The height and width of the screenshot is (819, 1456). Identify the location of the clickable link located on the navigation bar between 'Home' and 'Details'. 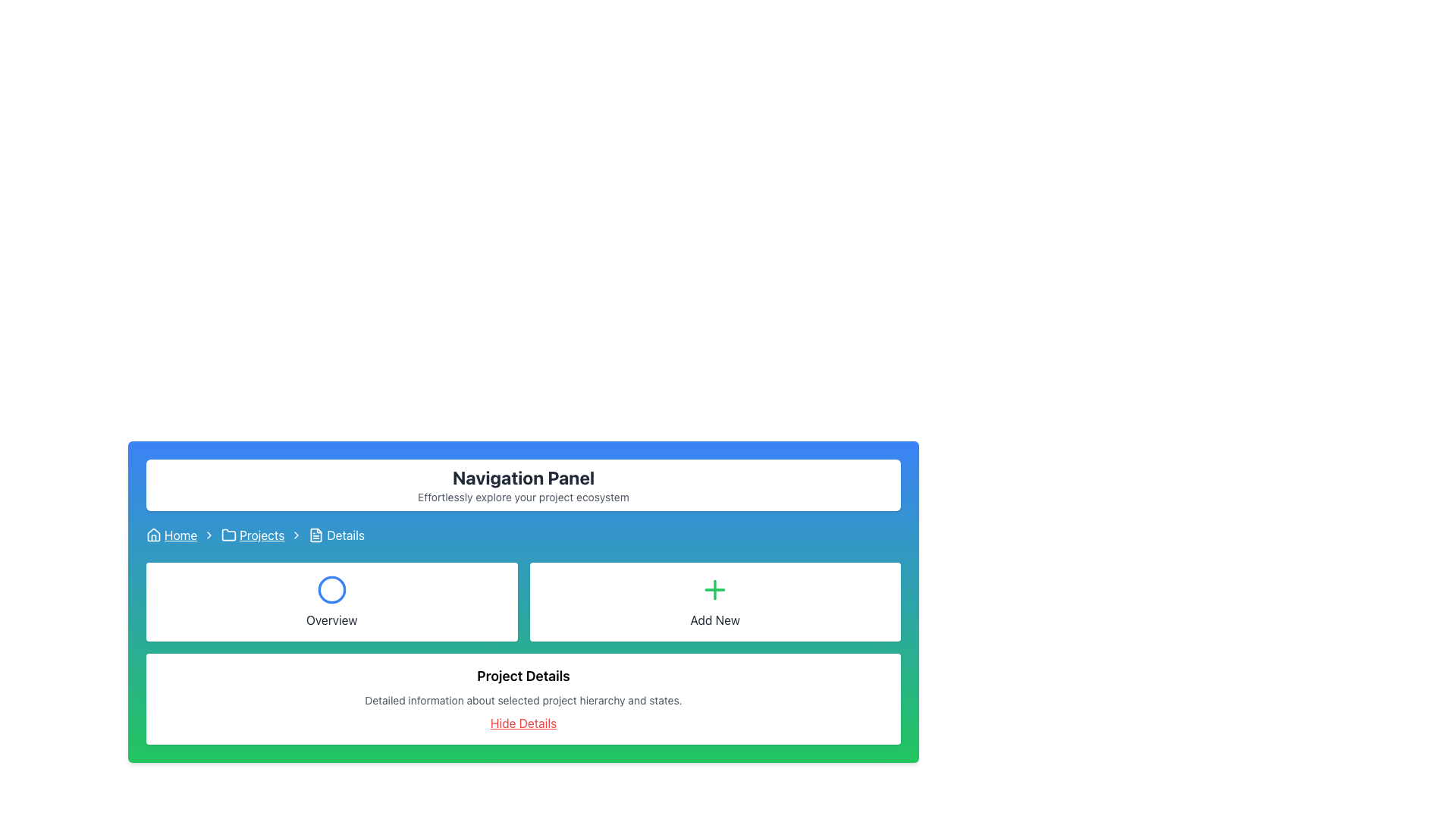
(253, 534).